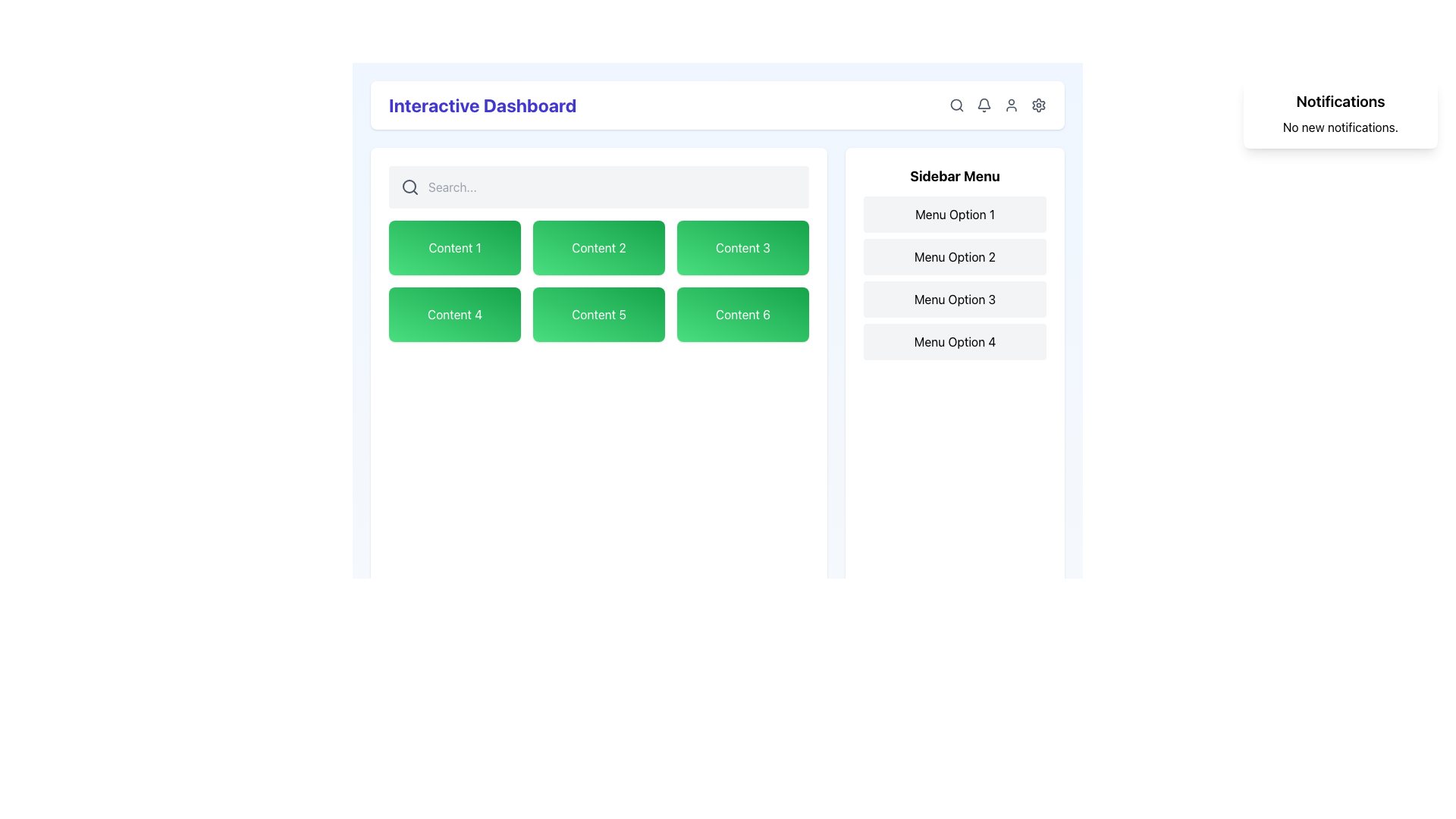  Describe the element at coordinates (742, 314) in the screenshot. I see `the button labeled 'Content 6', which is a rectangular button with rounded corners and a gradient background transitioning from green to darker green, to trigger hover effects` at that location.